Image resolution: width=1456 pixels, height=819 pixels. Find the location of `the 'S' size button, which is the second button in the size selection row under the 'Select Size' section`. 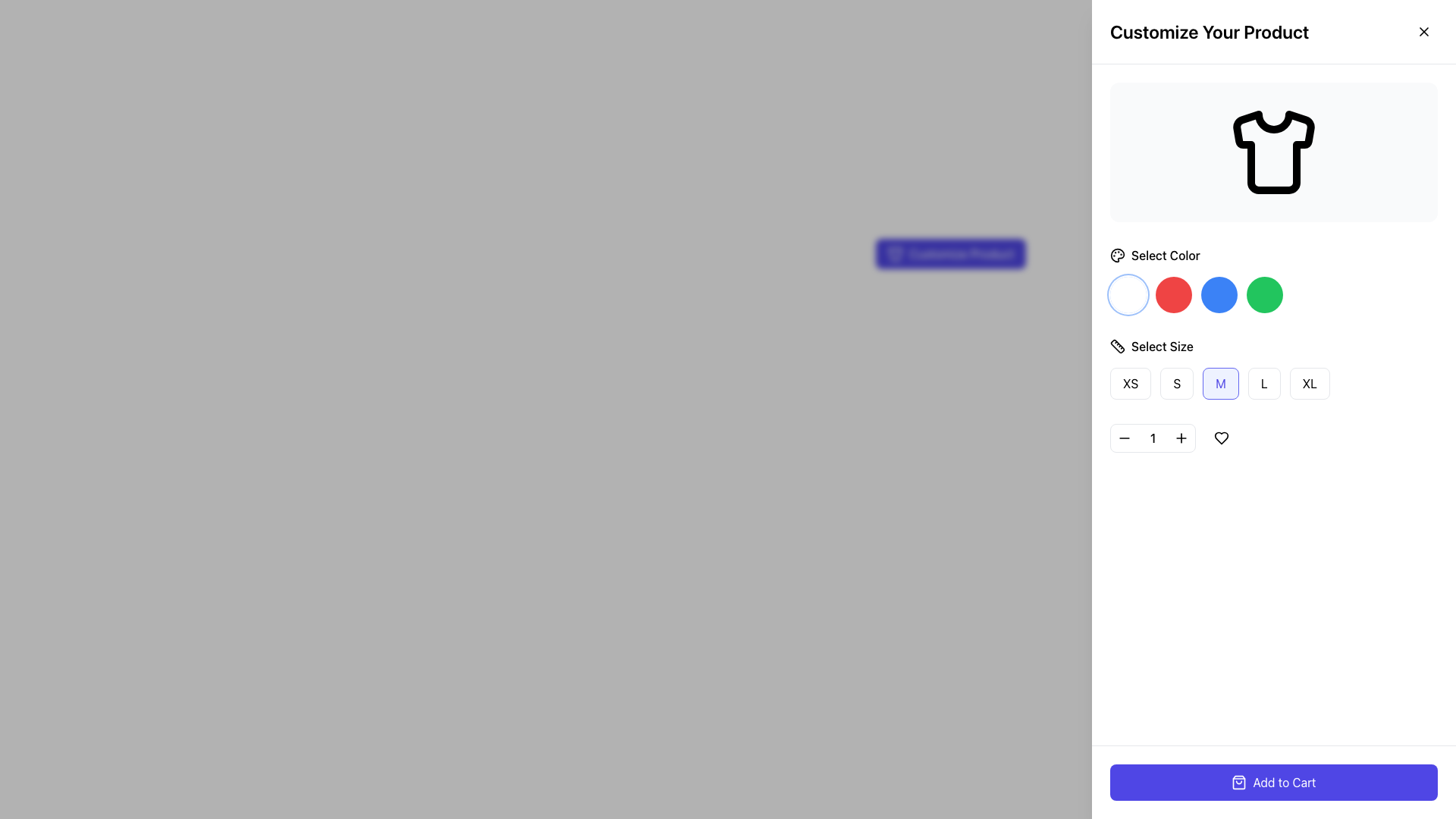

the 'S' size button, which is the second button in the size selection row under the 'Select Size' section is located at coordinates (1176, 382).